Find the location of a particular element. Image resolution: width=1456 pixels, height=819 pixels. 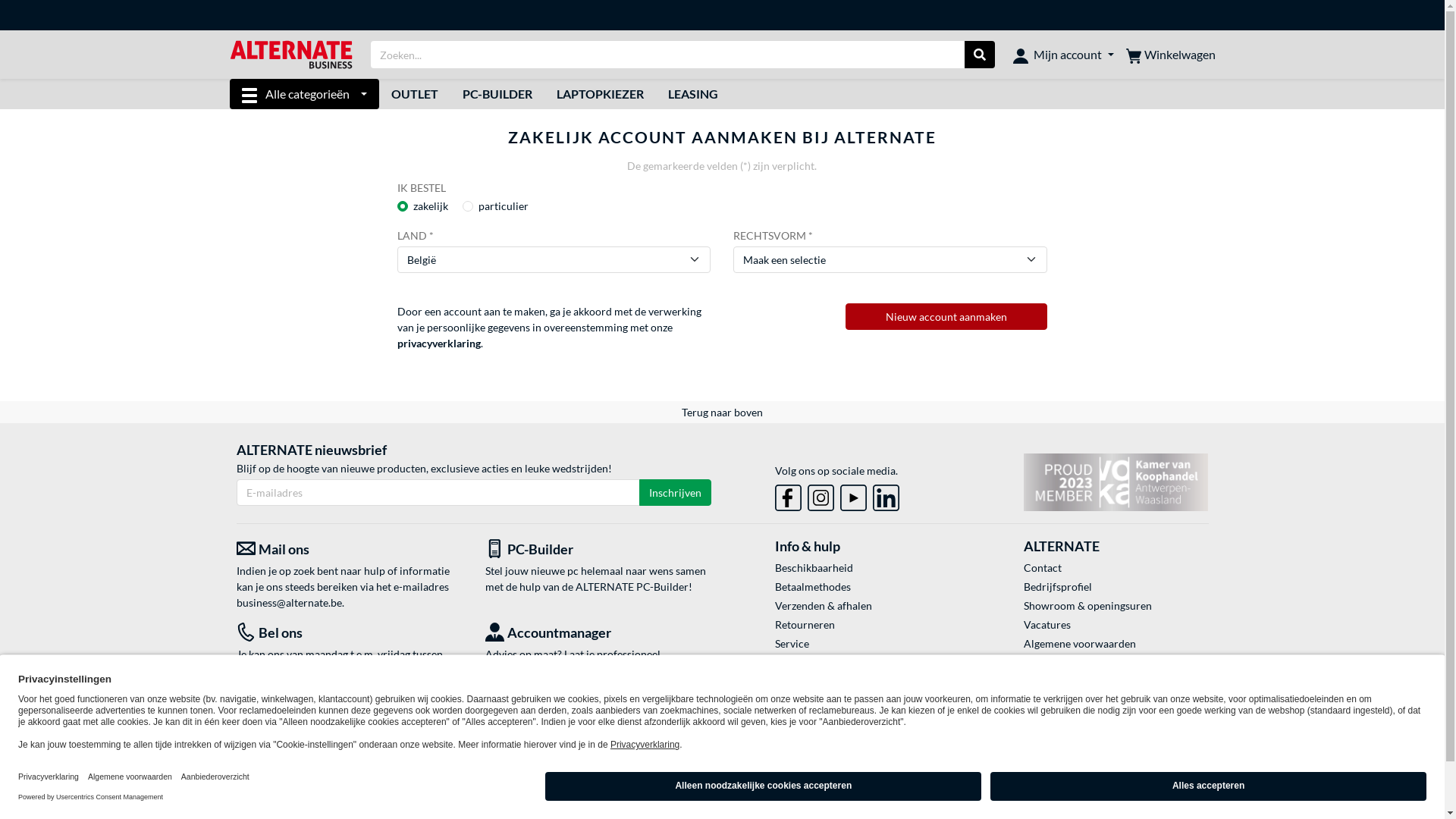

'Inschrijven' is located at coordinates (673, 492).